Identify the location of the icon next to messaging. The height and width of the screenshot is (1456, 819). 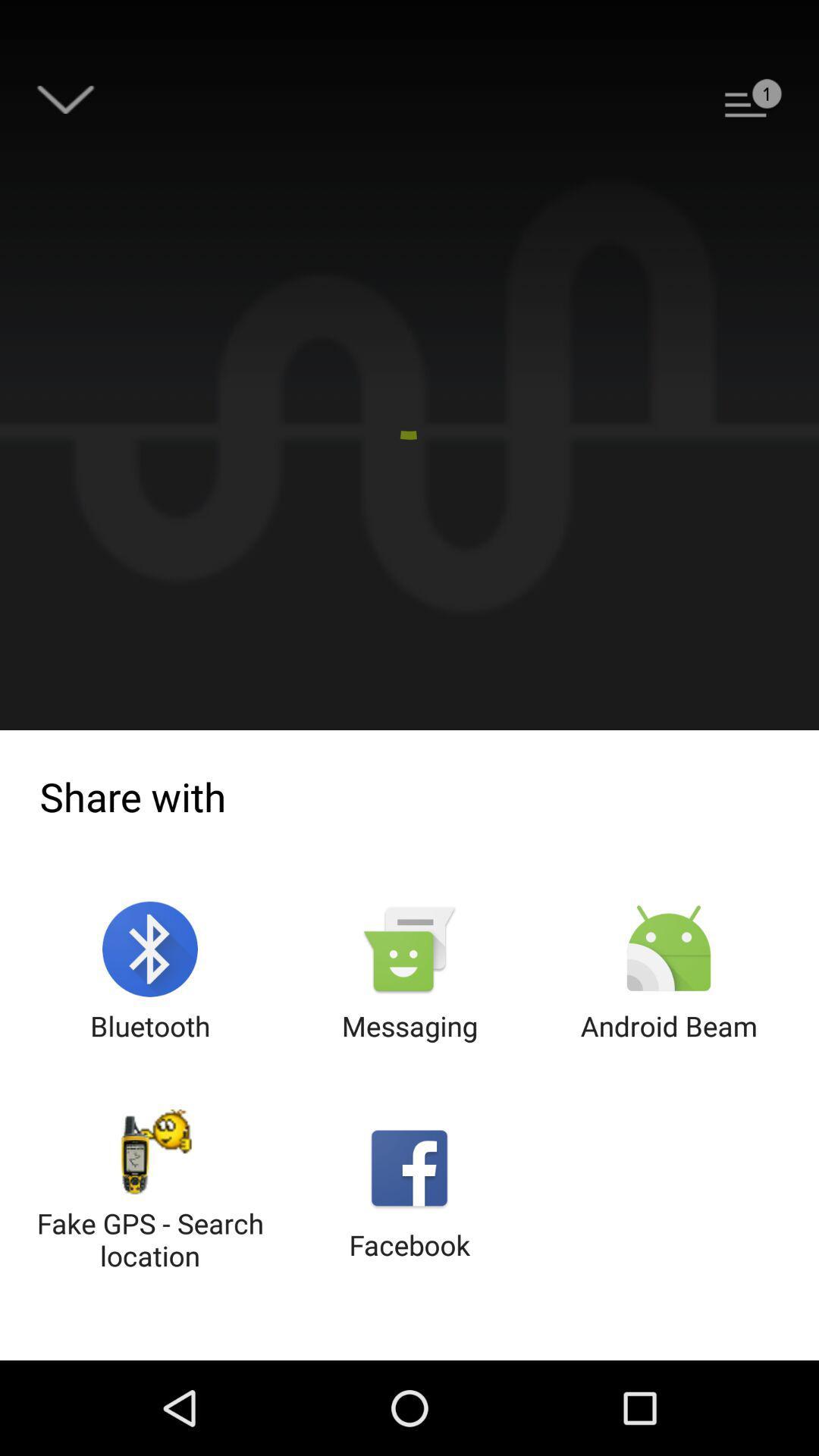
(668, 973).